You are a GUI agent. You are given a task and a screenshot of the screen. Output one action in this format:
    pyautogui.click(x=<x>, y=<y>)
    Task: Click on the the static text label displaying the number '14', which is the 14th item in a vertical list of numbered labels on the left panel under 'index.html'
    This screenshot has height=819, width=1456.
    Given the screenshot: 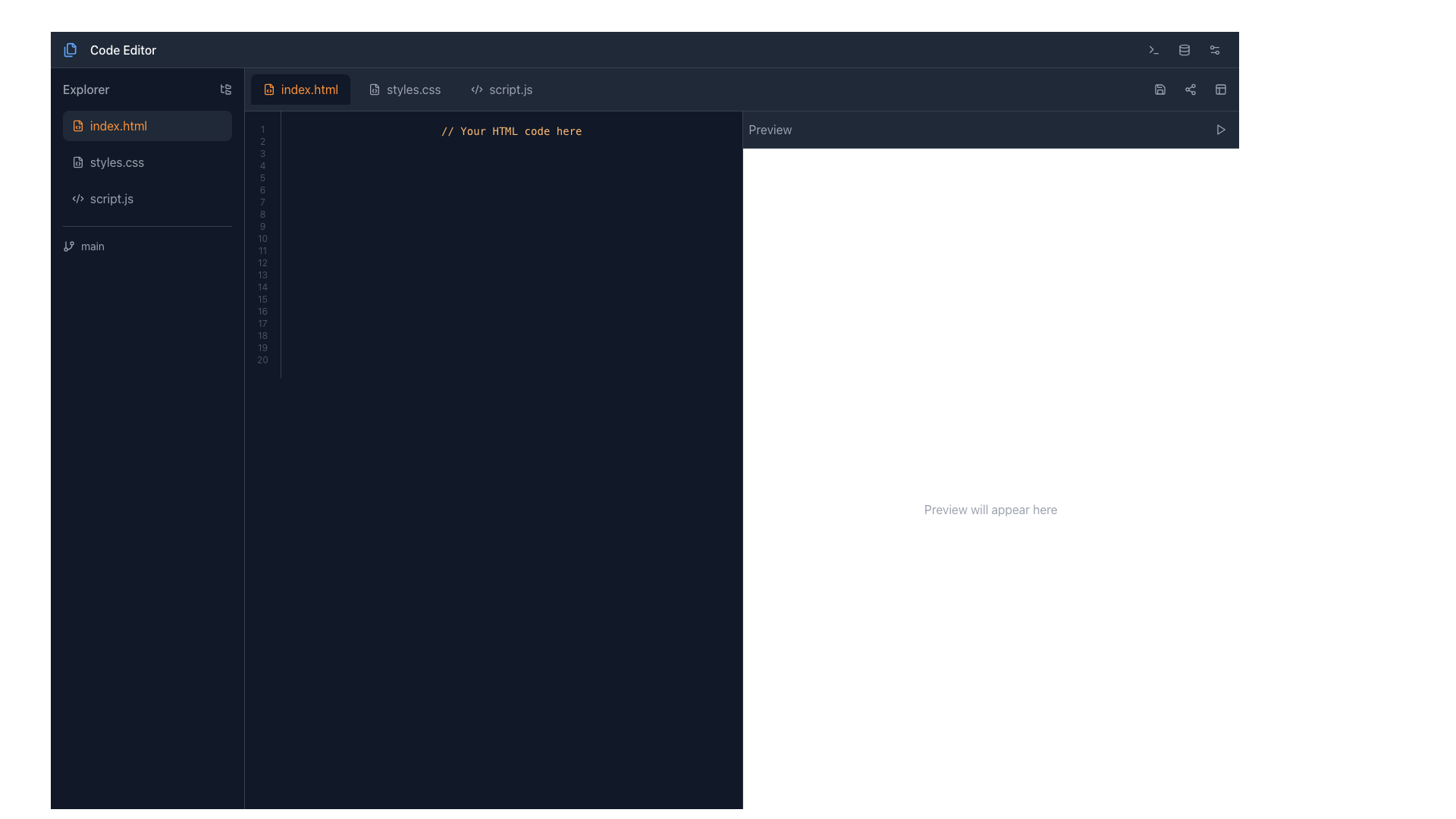 What is the action you would take?
    pyautogui.click(x=262, y=287)
    